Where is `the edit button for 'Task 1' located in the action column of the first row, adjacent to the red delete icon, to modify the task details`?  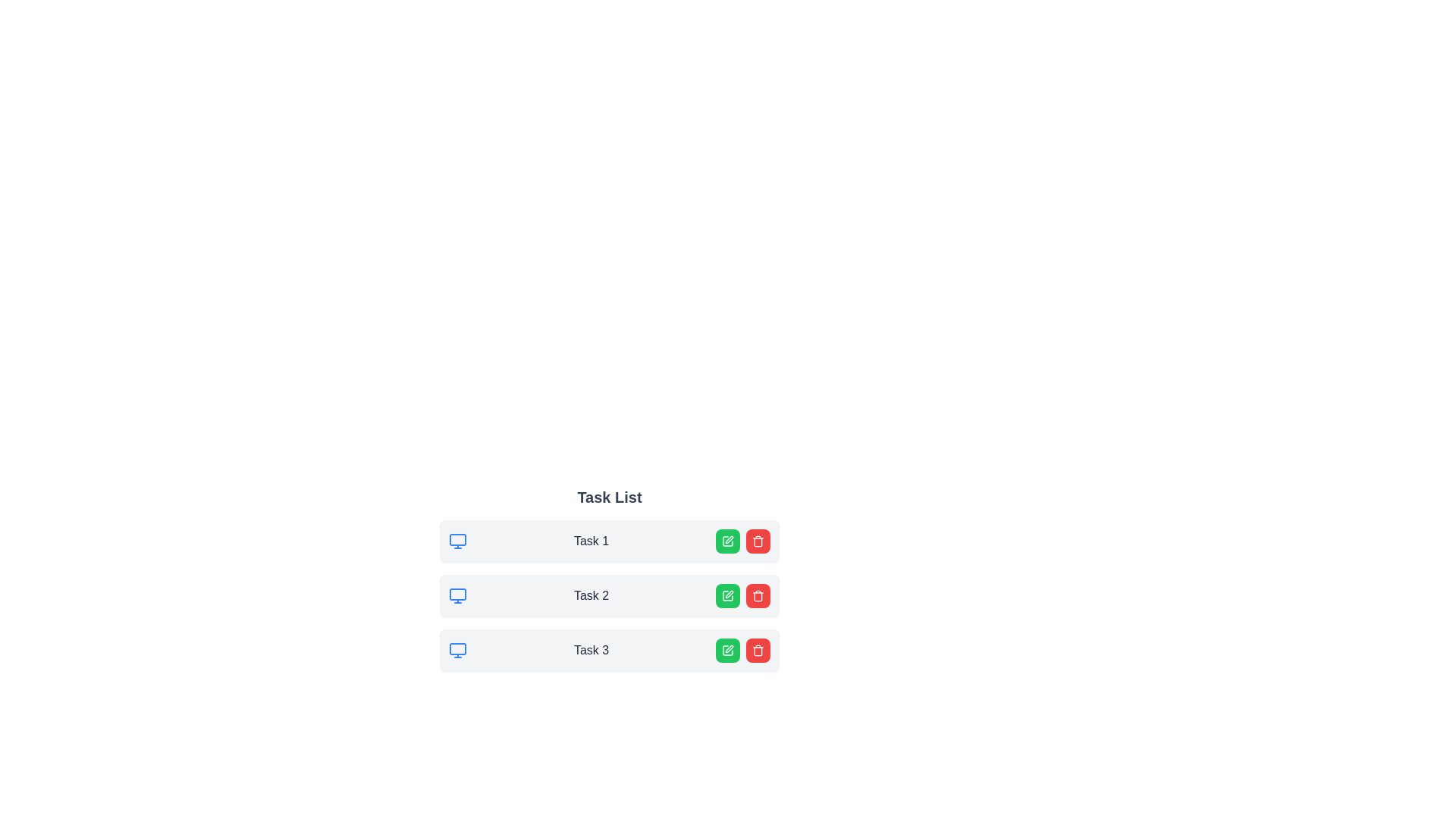
the edit button for 'Task 1' located in the action column of the first row, adjacent to the red delete icon, to modify the task details is located at coordinates (728, 540).